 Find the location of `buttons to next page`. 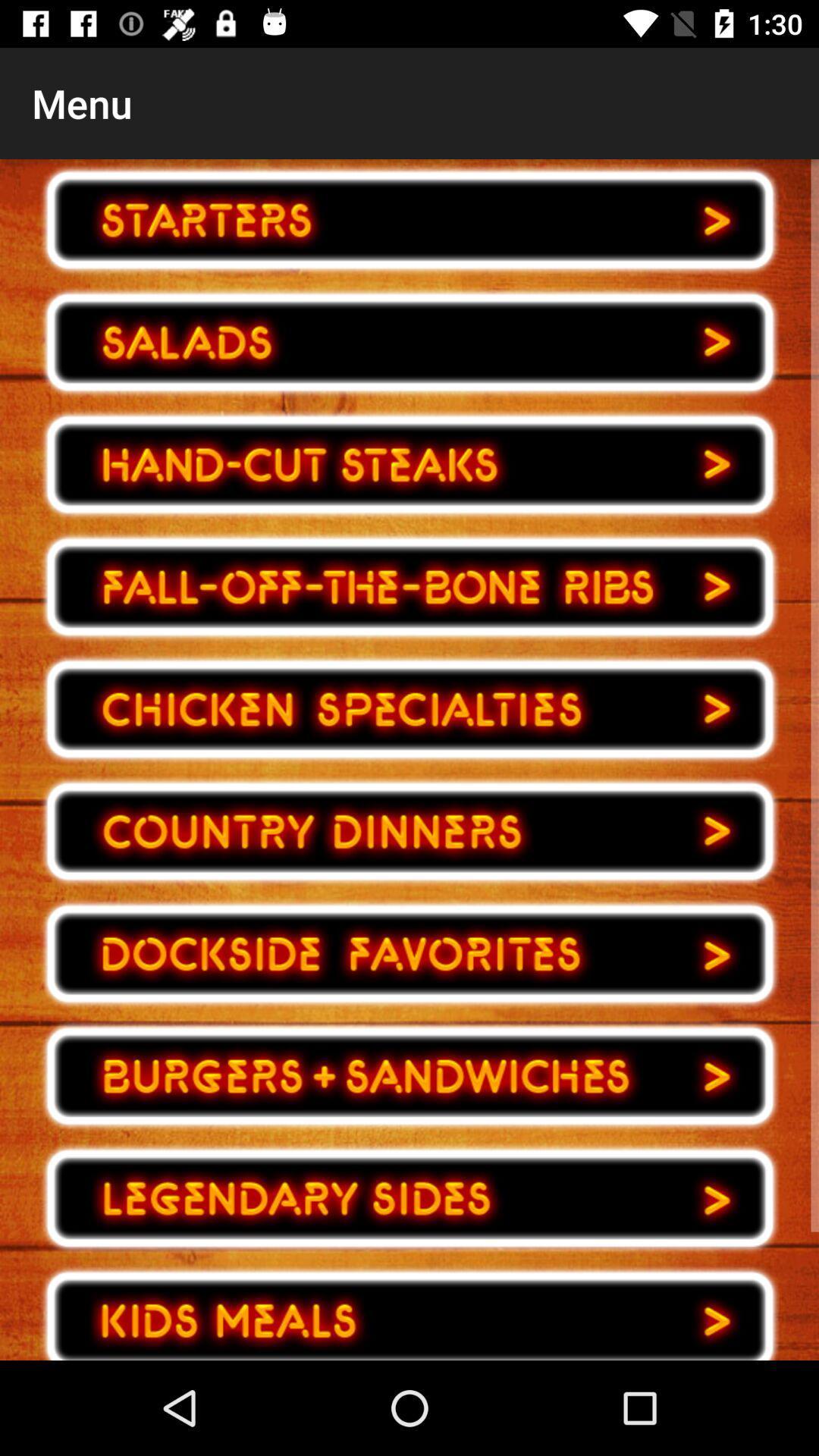

buttons to next page is located at coordinates (409, 1309).